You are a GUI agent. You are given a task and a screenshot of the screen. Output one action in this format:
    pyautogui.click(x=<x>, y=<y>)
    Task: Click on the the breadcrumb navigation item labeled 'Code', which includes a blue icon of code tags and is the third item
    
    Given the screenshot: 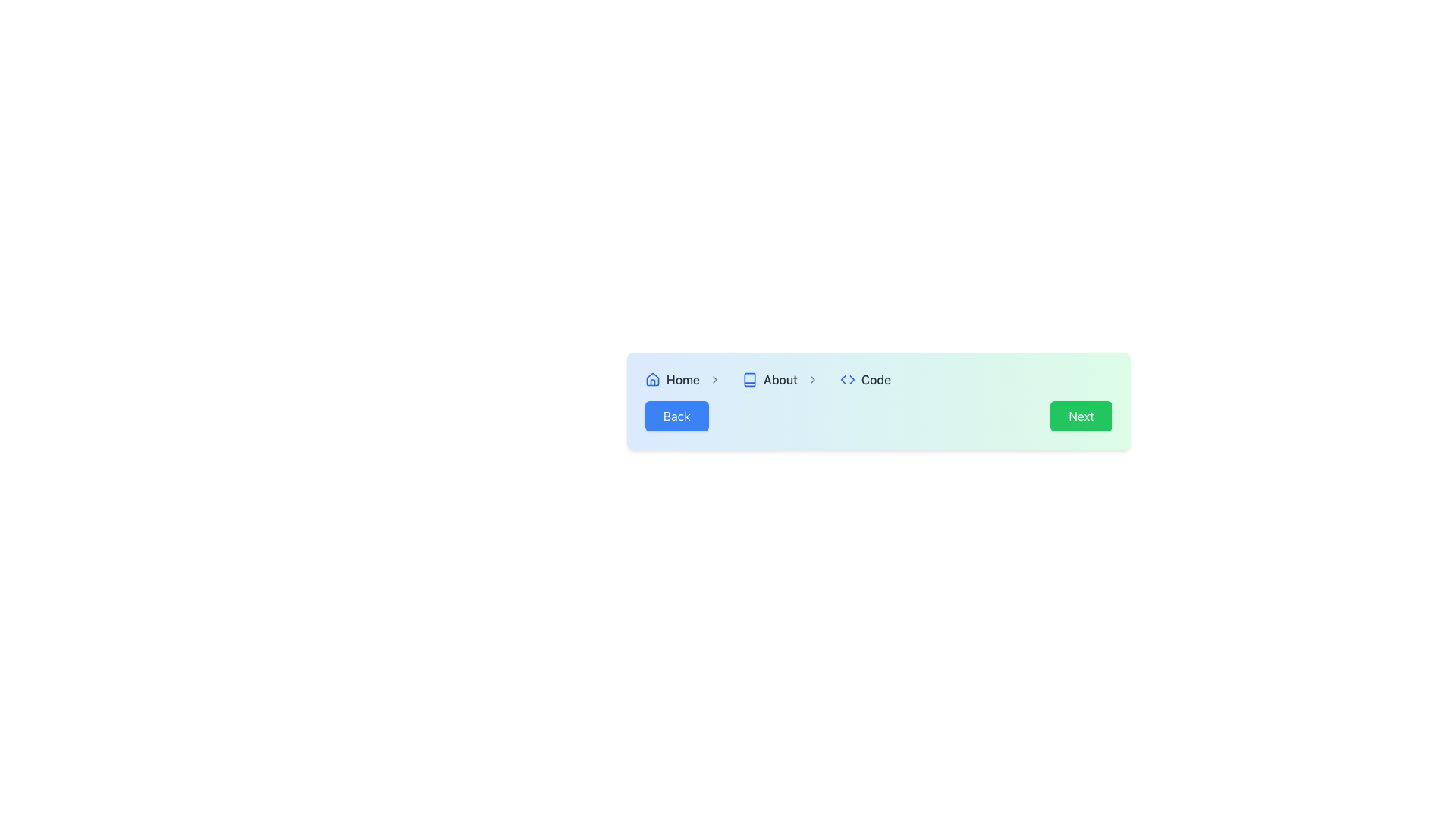 What is the action you would take?
    pyautogui.click(x=865, y=379)
    